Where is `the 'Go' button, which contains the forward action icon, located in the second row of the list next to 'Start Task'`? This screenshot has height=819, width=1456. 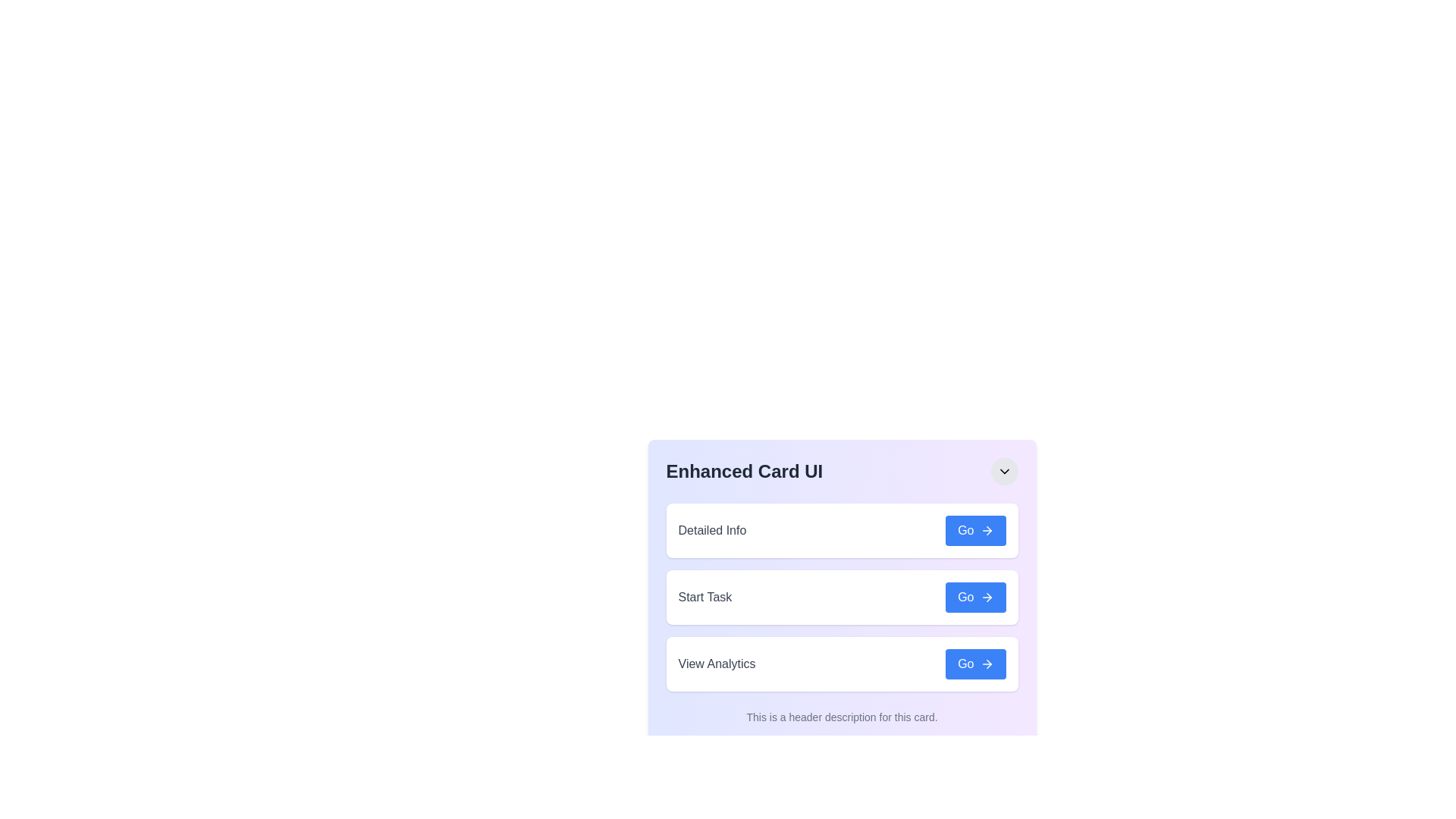 the 'Go' button, which contains the forward action icon, located in the second row of the list next to 'Start Task' is located at coordinates (989, 596).